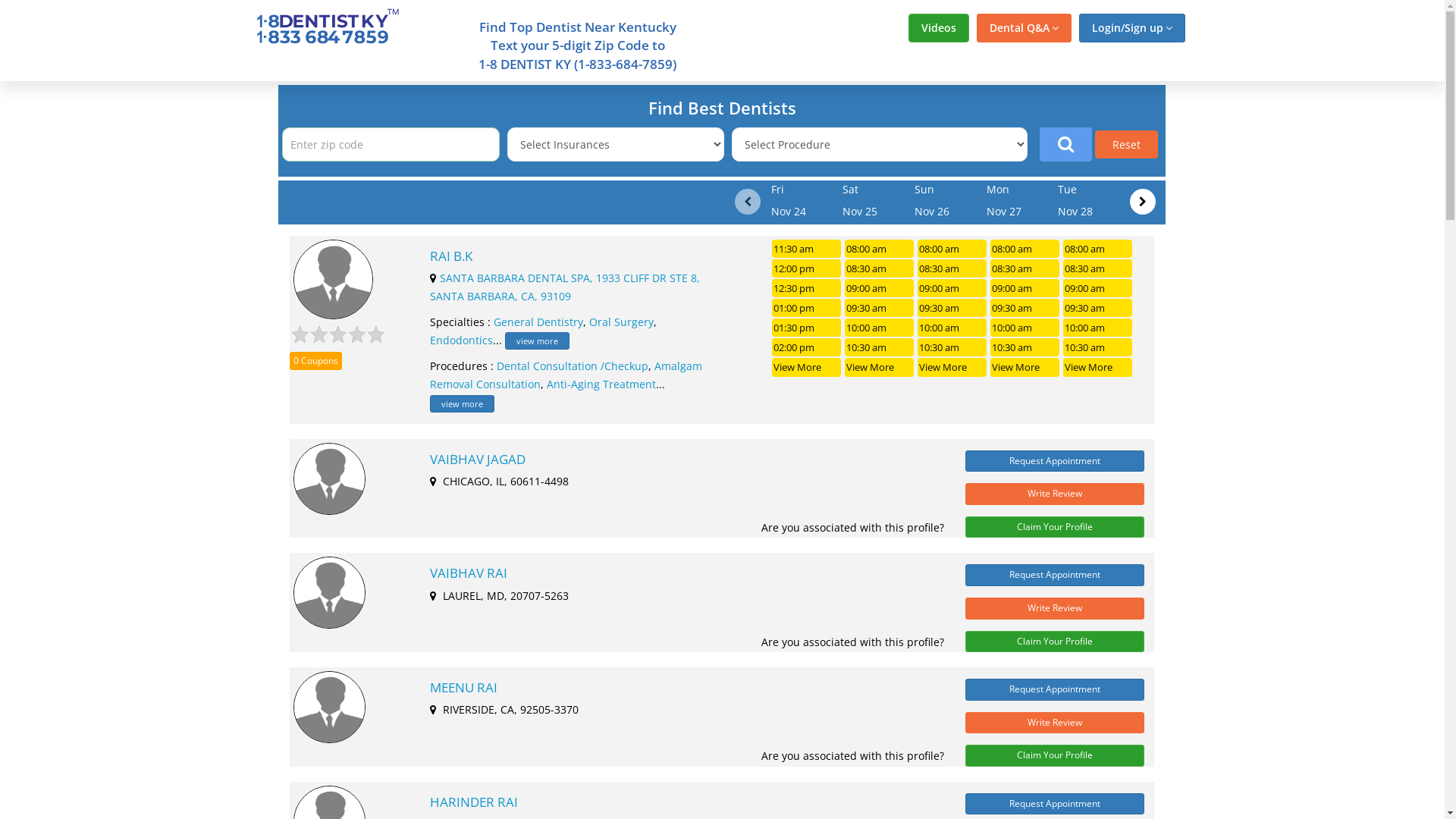  Describe the element at coordinates (964, 526) in the screenshot. I see `'Claim Your Profile'` at that location.